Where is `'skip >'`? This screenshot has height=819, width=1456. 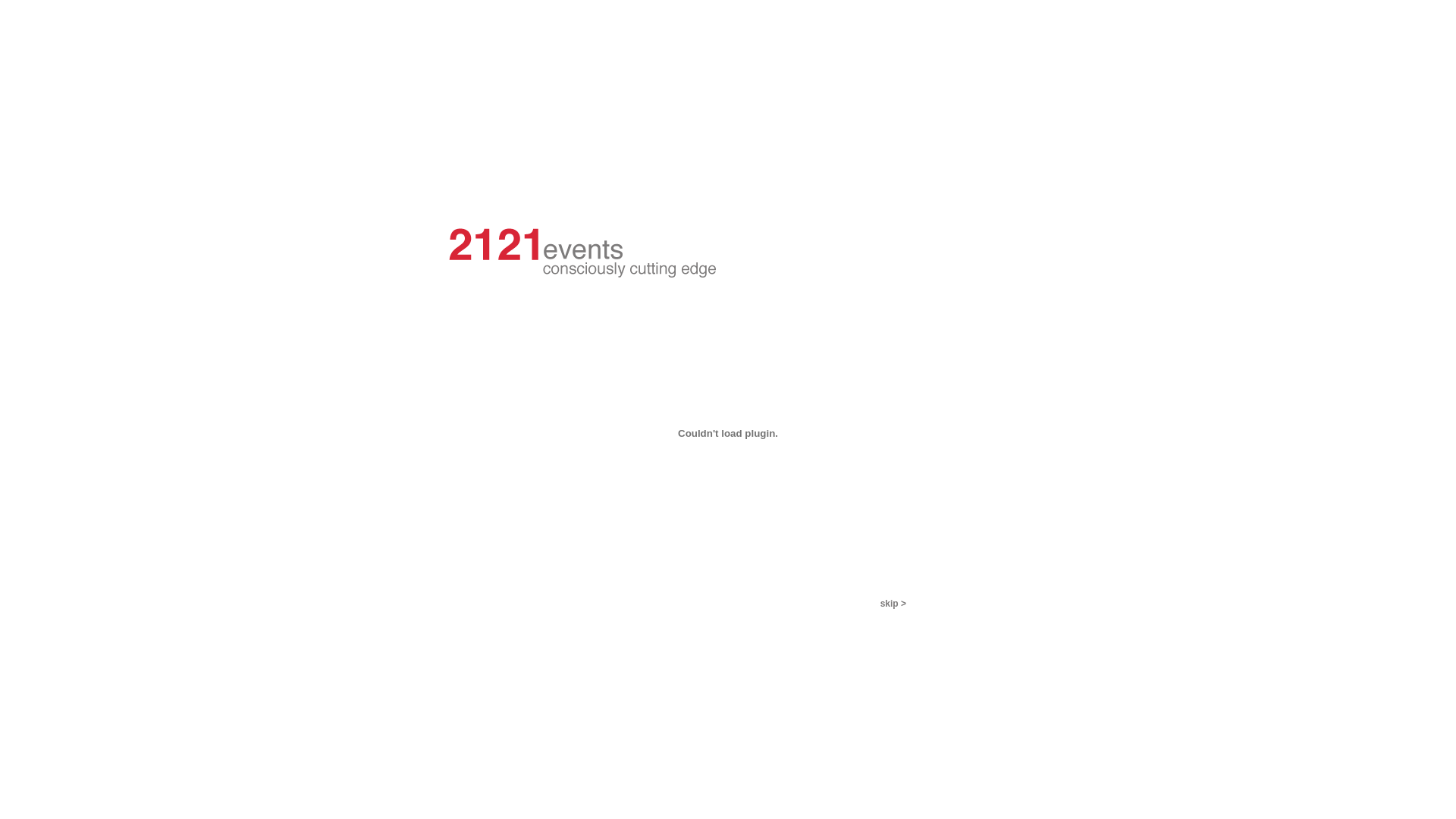
'skip >' is located at coordinates (880, 602).